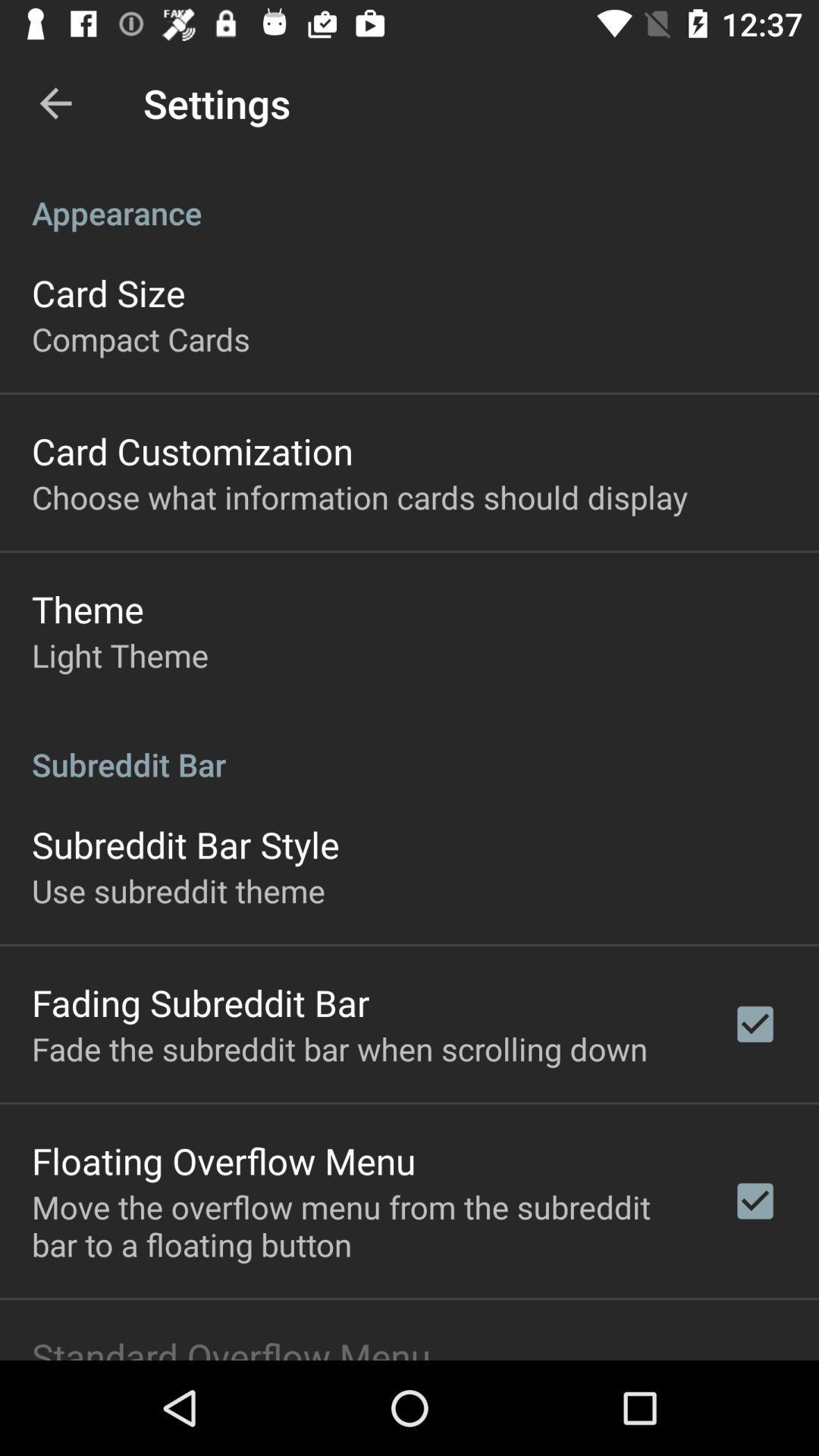 The width and height of the screenshot is (819, 1456). I want to click on the compact cards icon, so click(140, 337).